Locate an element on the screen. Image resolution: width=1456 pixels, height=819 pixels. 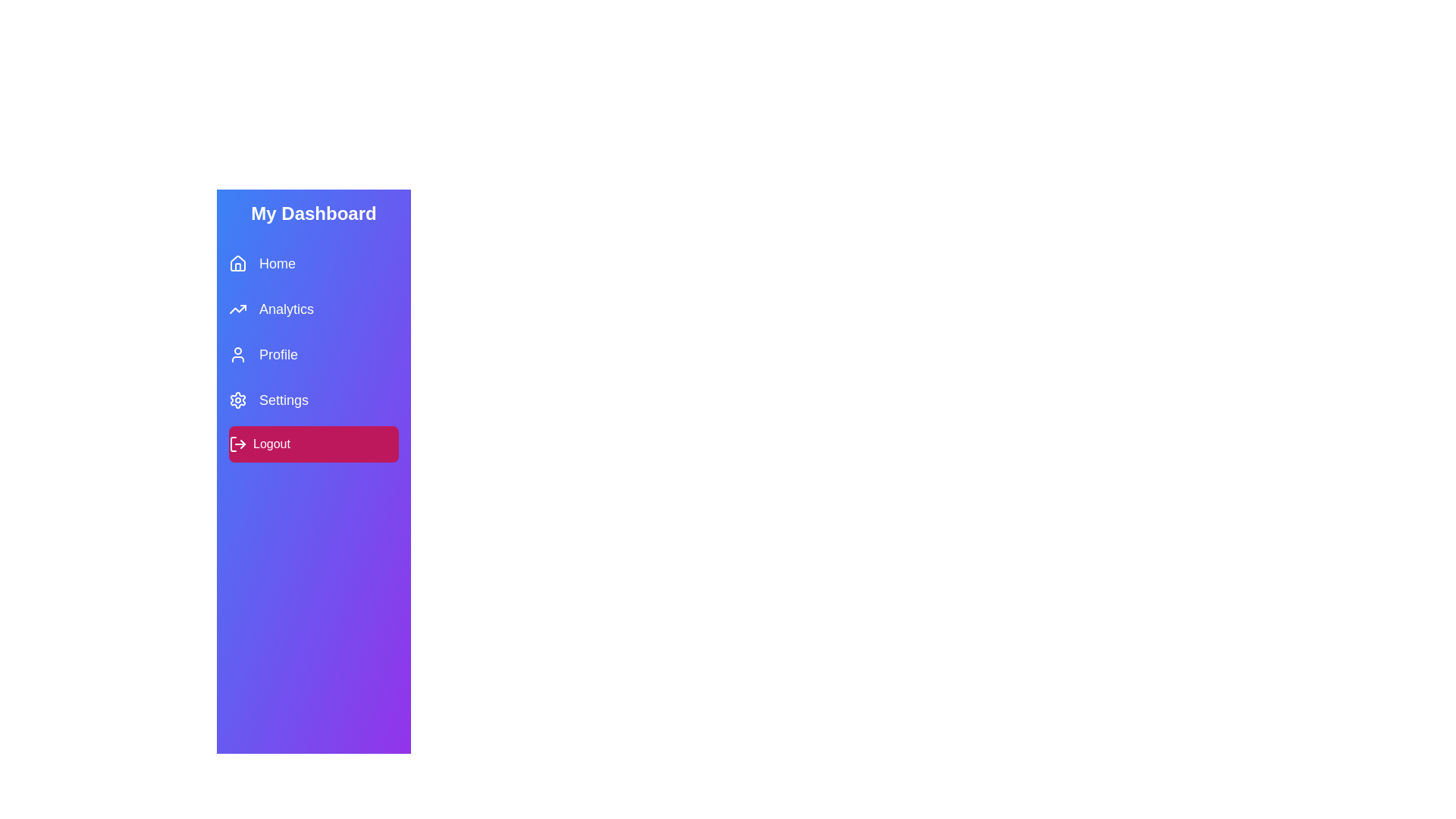
the Navigation link that is the fourth item in the vertical list, located between the 'Profile' and 'Logout' items is located at coordinates (312, 400).